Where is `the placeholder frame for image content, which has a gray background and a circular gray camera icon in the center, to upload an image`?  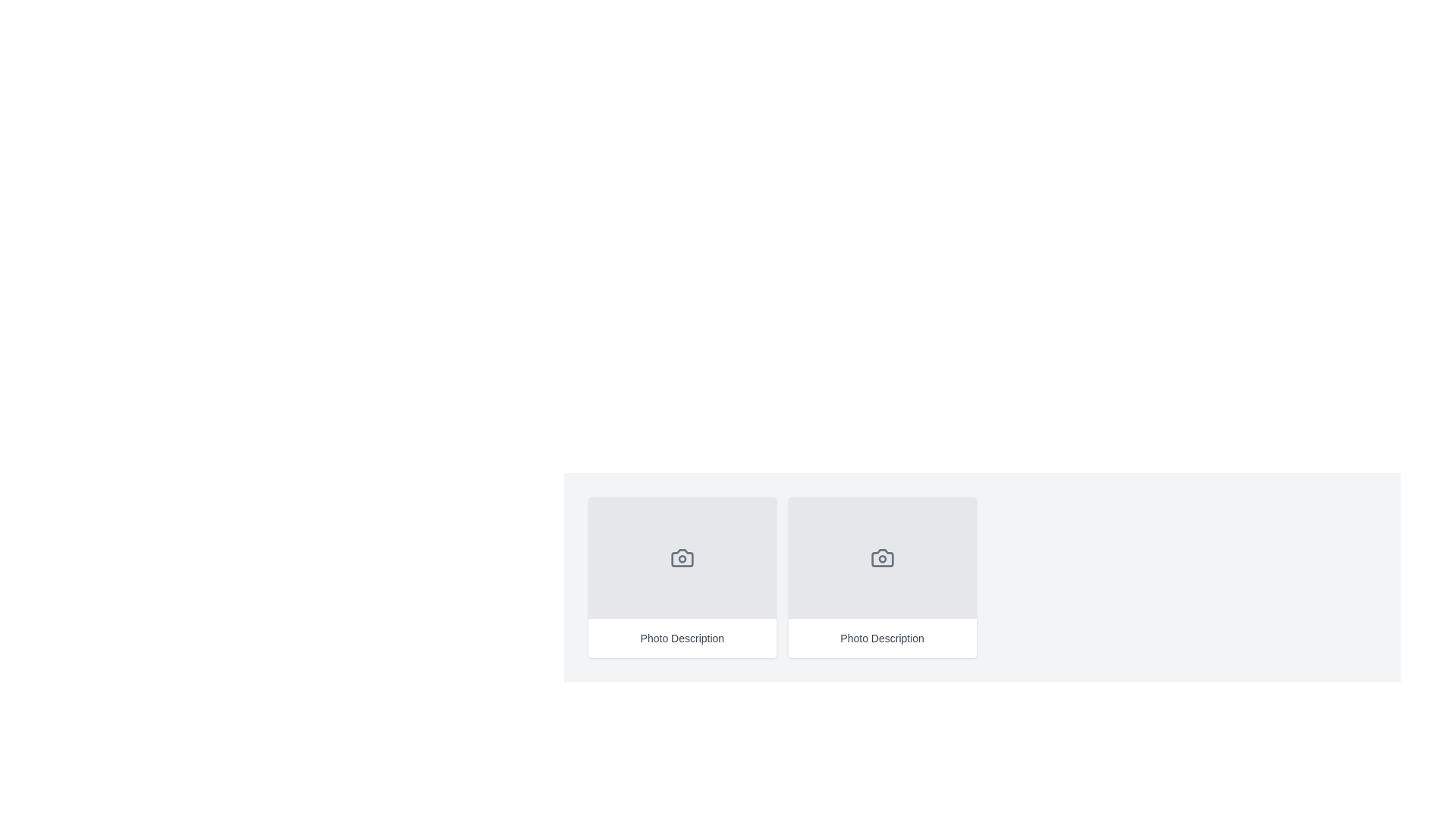
the placeholder frame for image content, which has a gray background and a circular gray camera icon in the center, to upload an image is located at coordinates (882, 558).